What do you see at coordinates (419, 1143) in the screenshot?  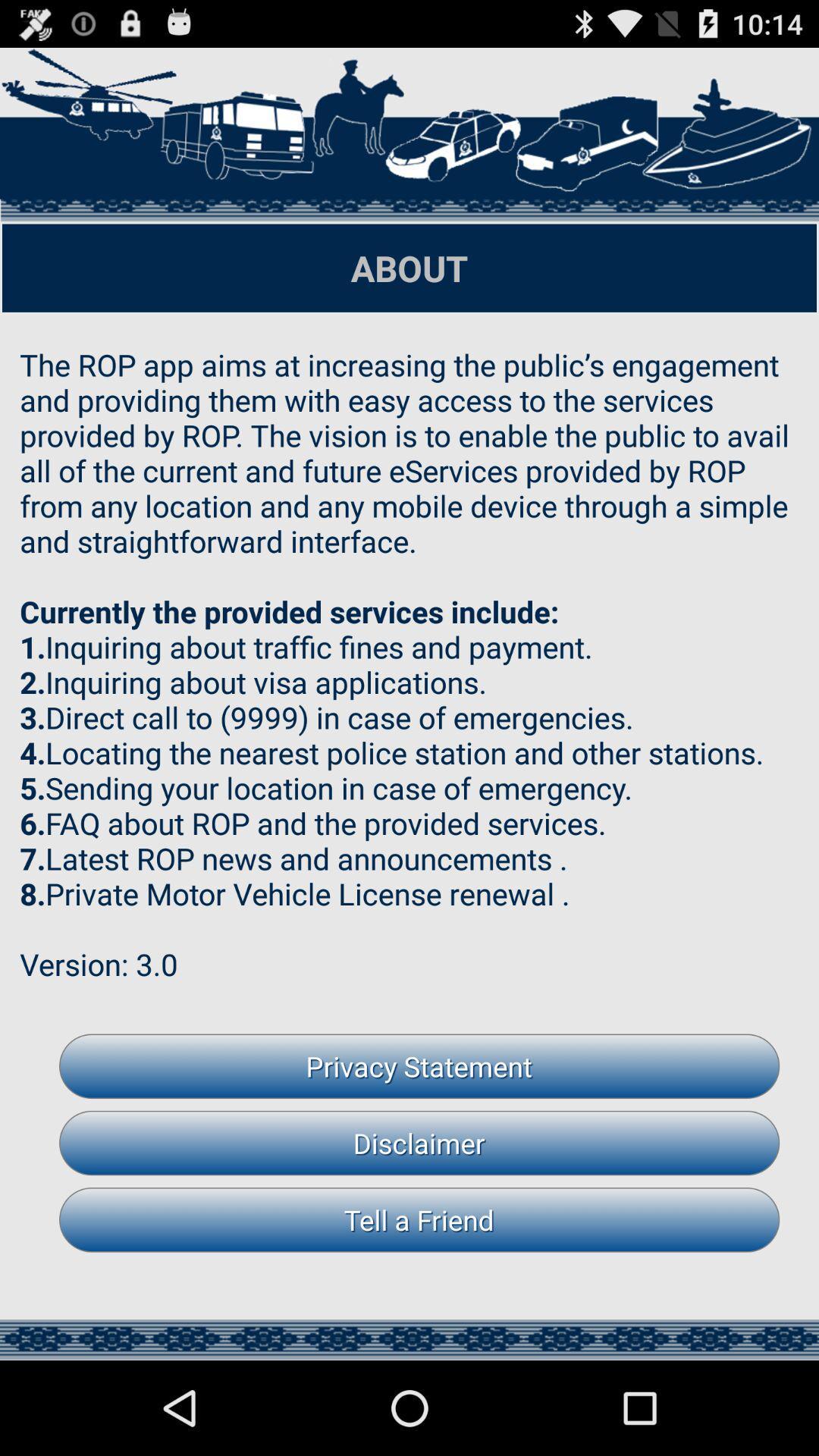 I see `button above the tell a friend icon` at bounding box center [419, 1143].